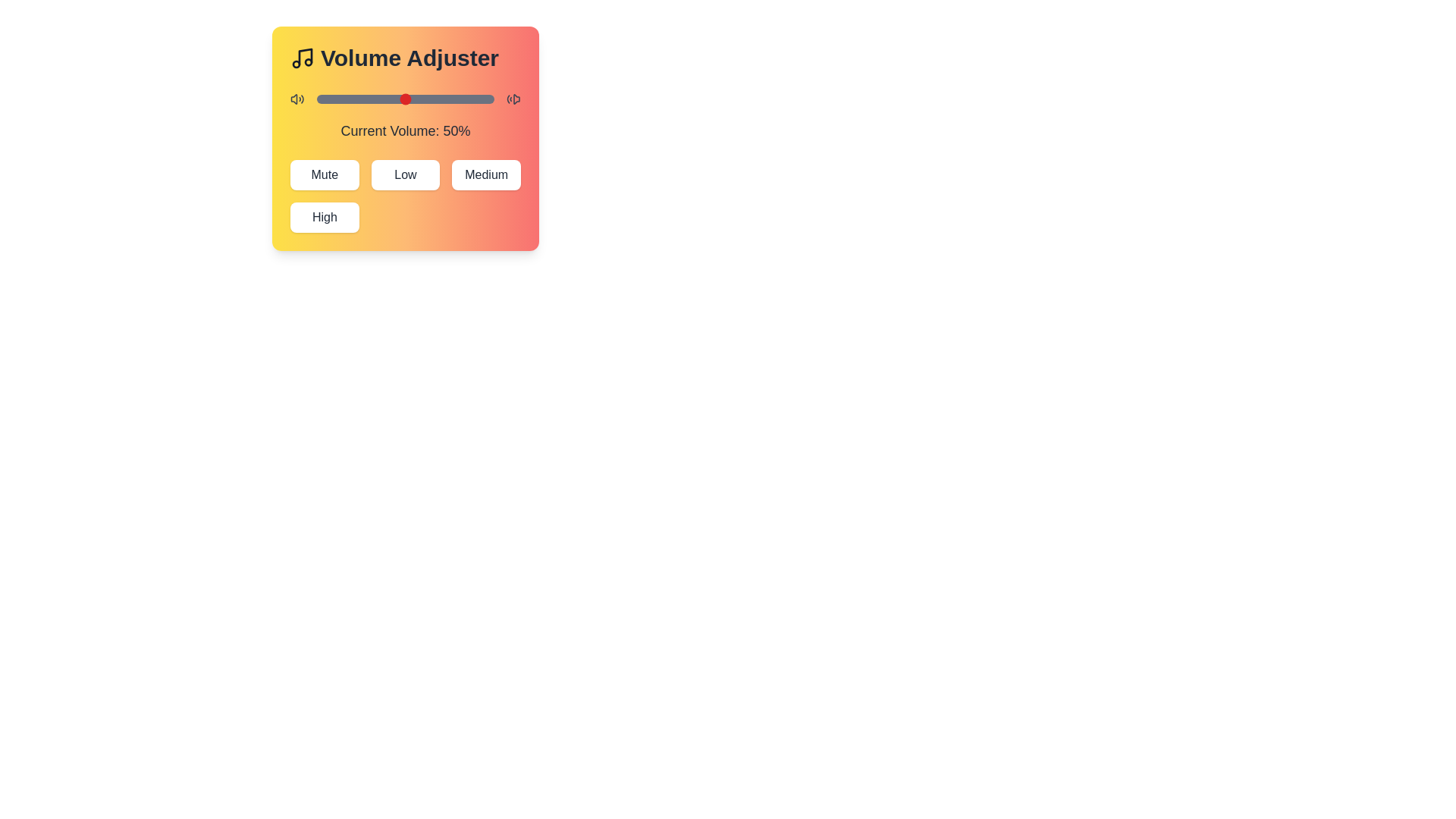 This screenshot has height=819, width=1456. What do you see at coordinates (323, 174) in the screenshot?
I see `the Mute button to set the volume to the corresponding preset level` at bounding box center [323, 174].